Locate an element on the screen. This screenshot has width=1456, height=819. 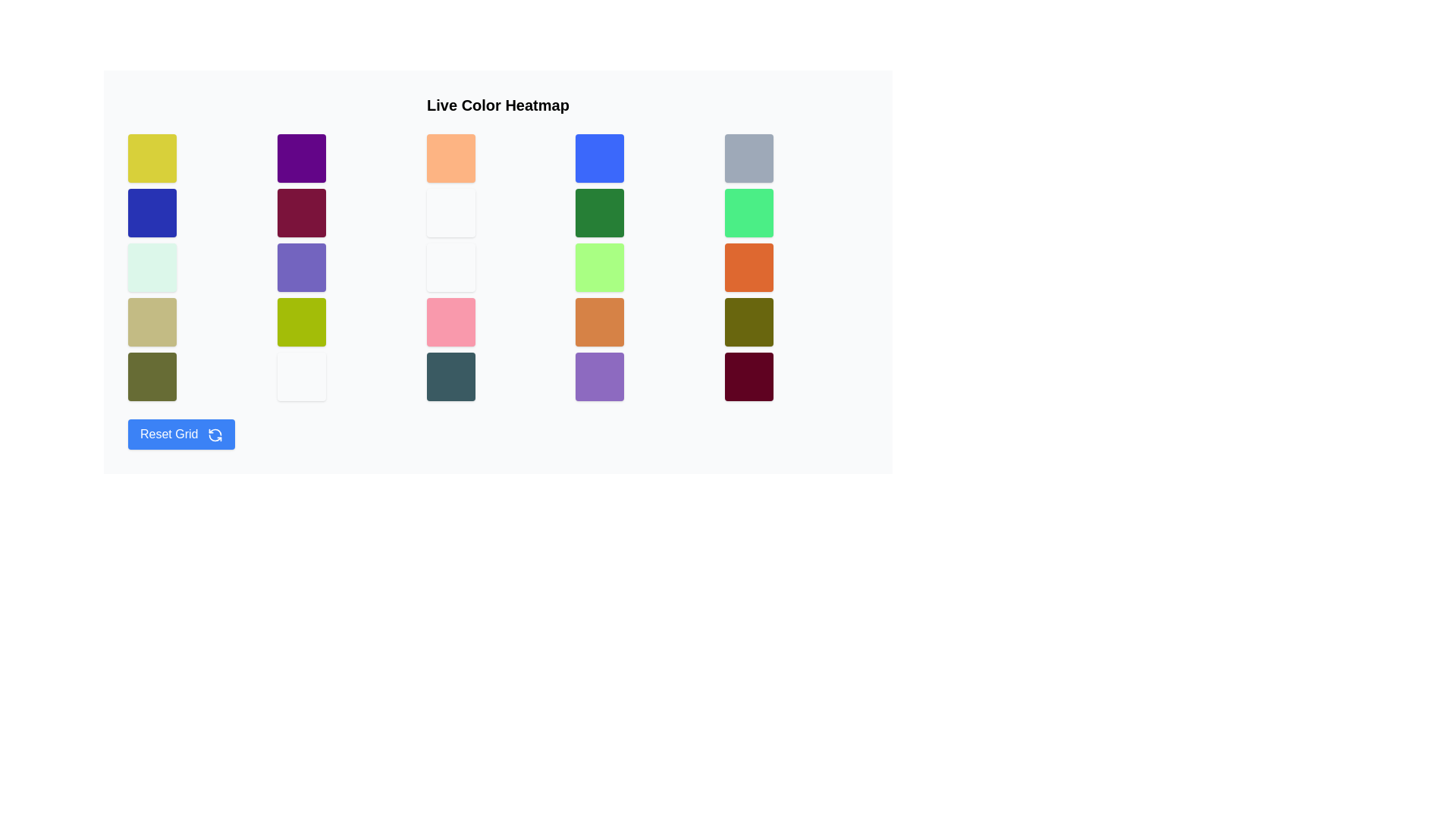
the decorative component, a square with rounded corners and a dark maroon background, located at the bottom of the fifth column in the grid layout is located at coordinates (749, 376).